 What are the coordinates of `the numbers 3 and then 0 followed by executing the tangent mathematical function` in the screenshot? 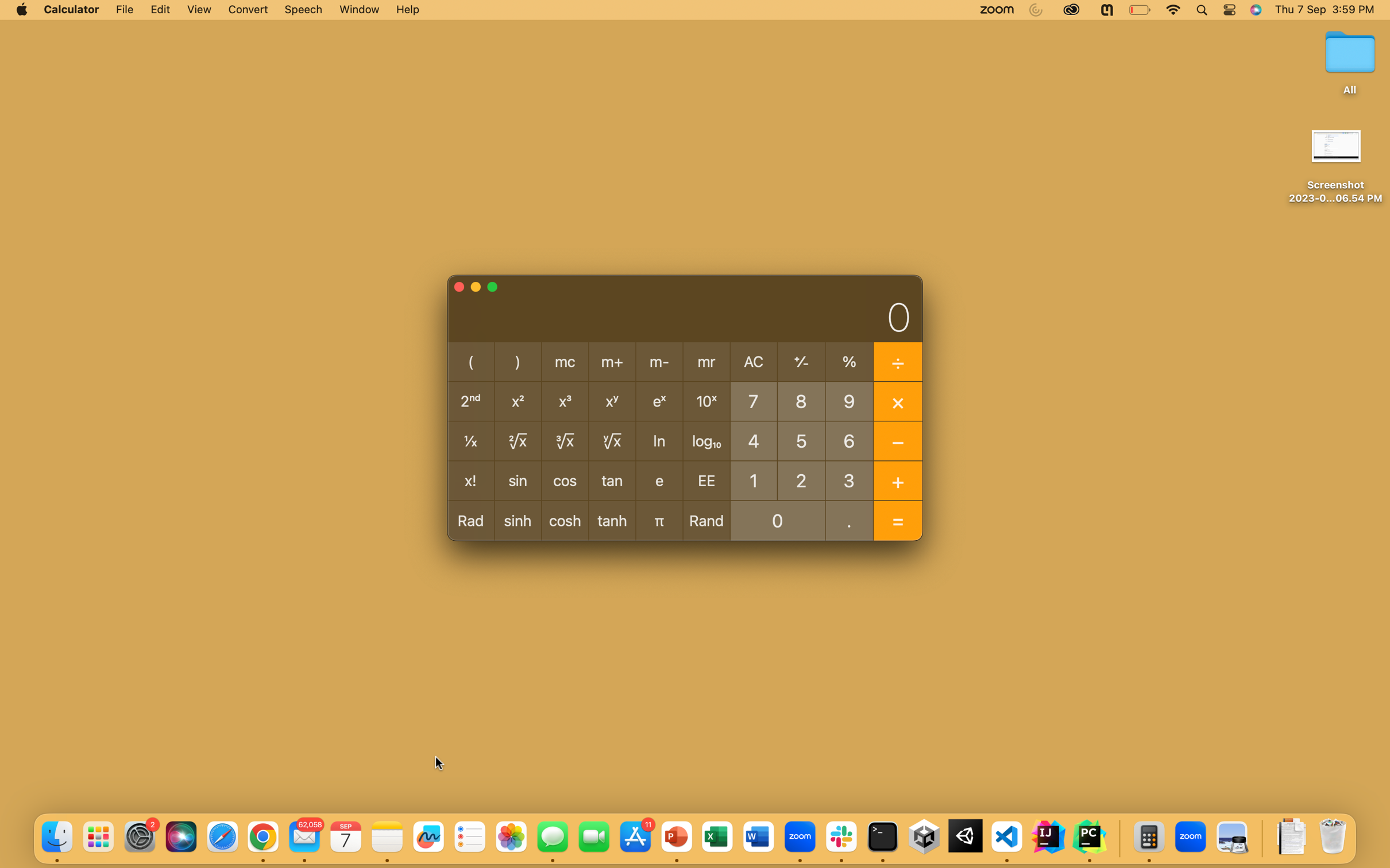 It's located at (850, 479).